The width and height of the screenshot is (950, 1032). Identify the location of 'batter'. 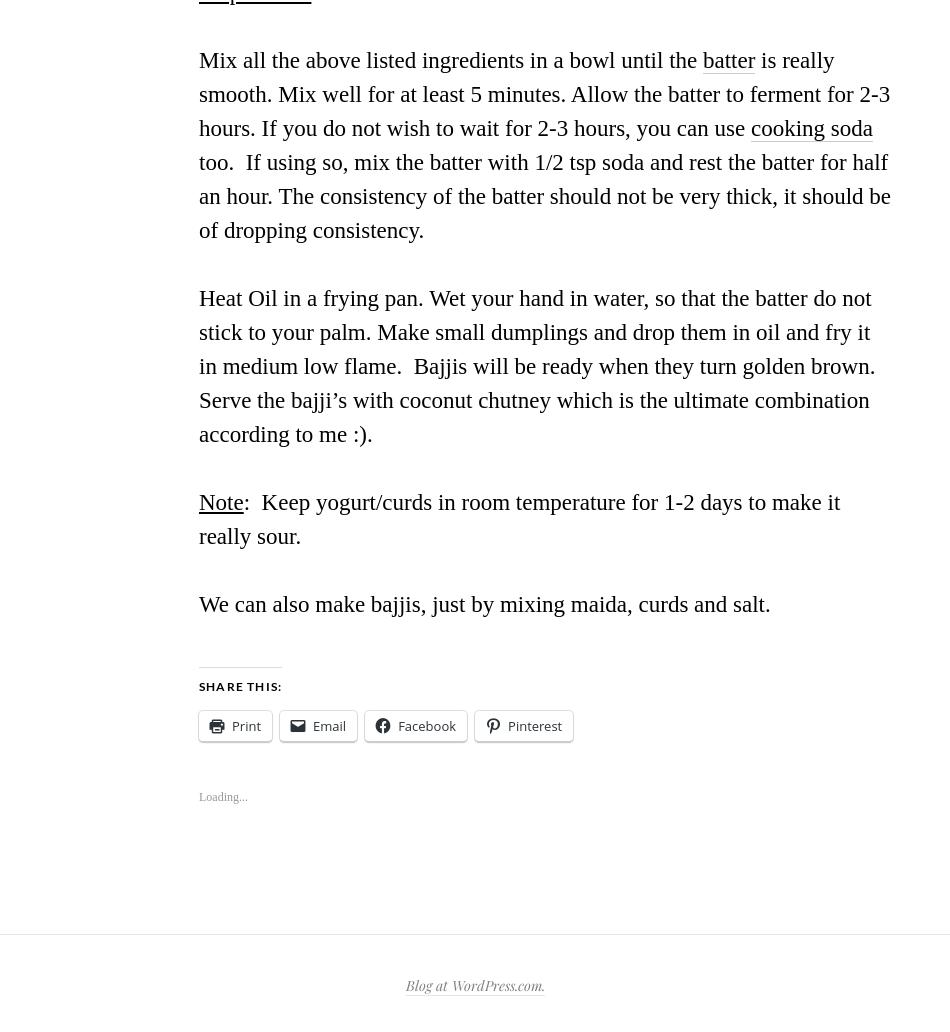
(728, 60).